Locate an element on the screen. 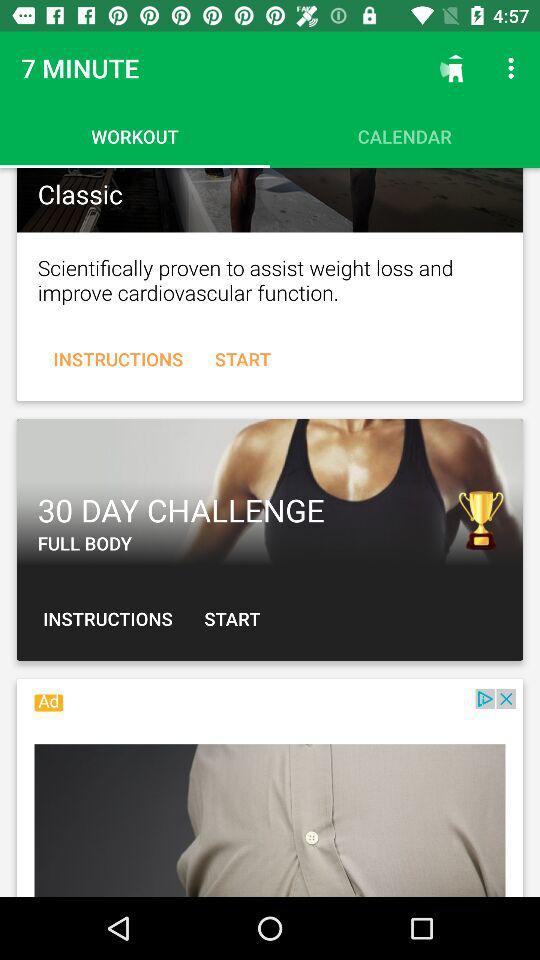 This screenshot has height=960, width=540. challenge is located at coordinates (270, 491).